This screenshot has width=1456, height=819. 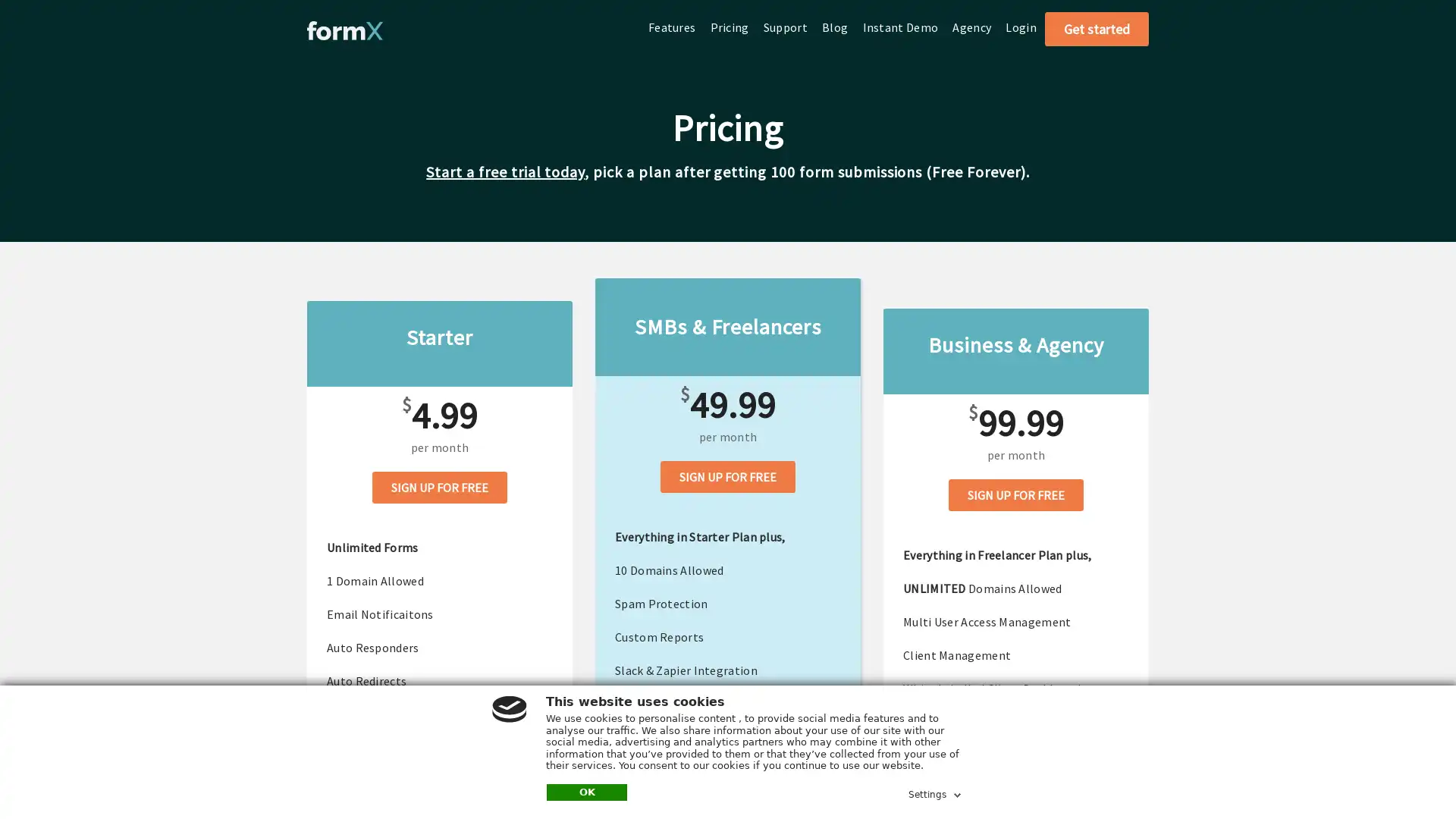 I want to click on SIGN UP FOR FREE, so click(x=439, y=486).